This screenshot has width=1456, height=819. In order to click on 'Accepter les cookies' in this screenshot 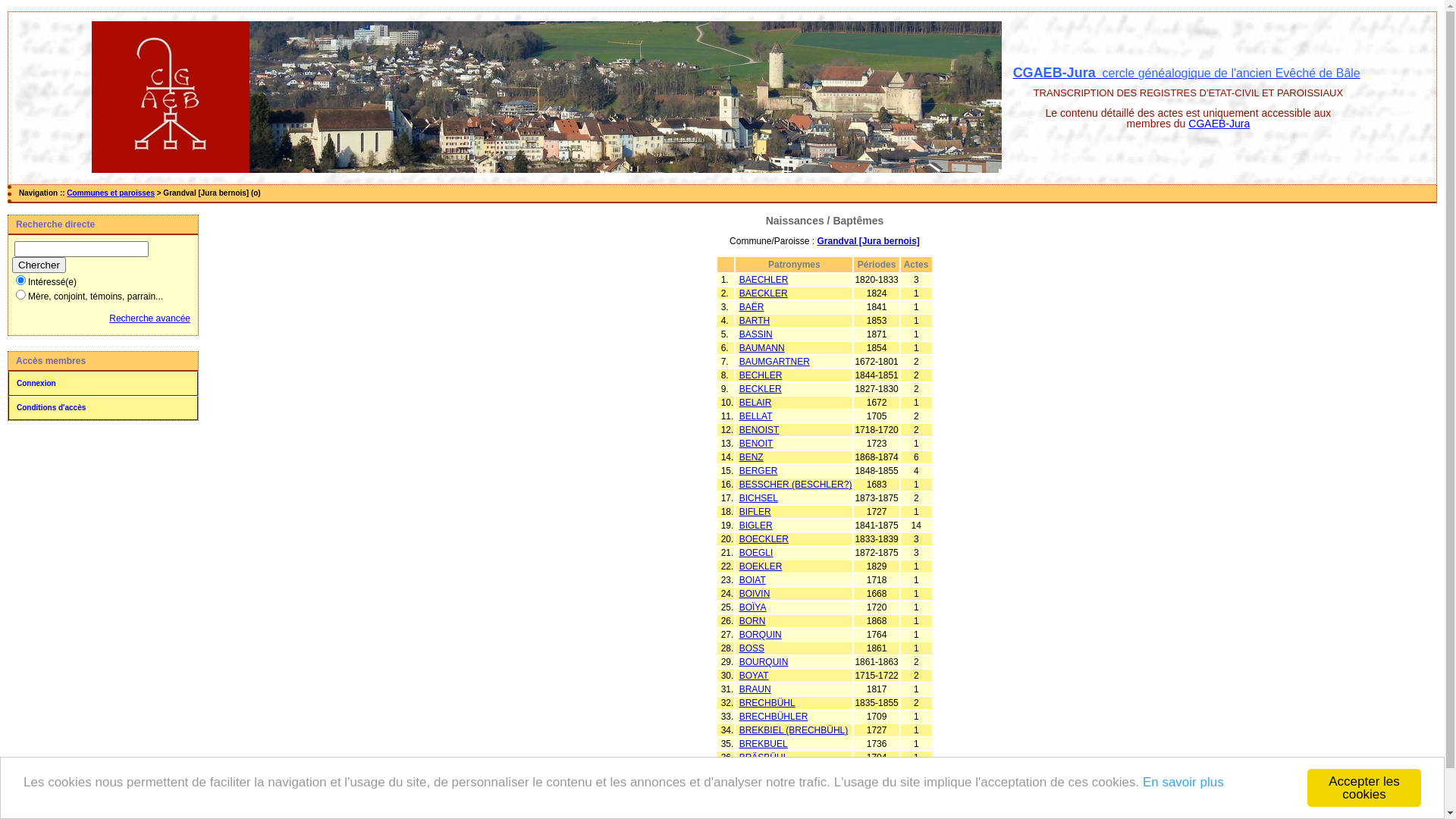, I will do `click(1364, 786)`.